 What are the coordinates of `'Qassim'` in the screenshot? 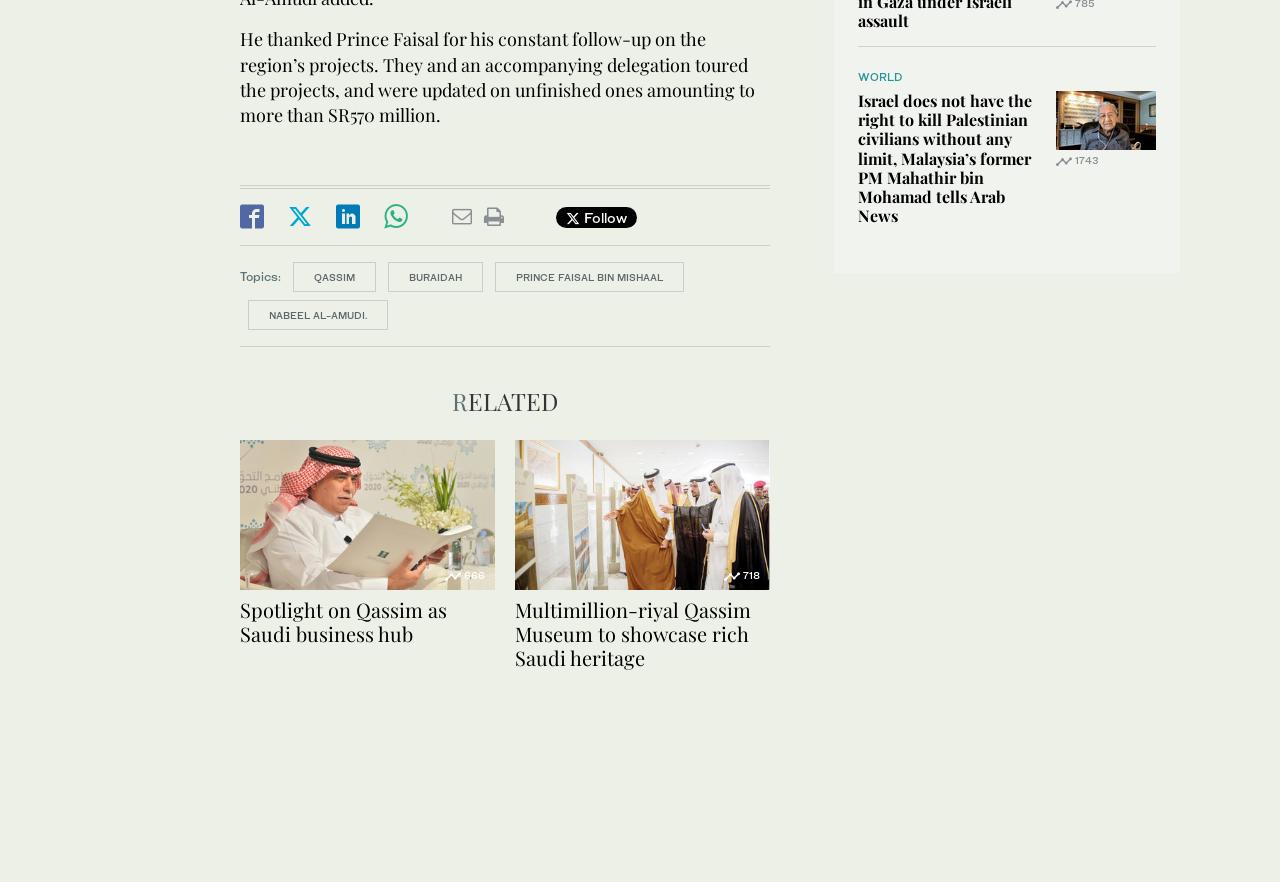 It's located at (312, 277).